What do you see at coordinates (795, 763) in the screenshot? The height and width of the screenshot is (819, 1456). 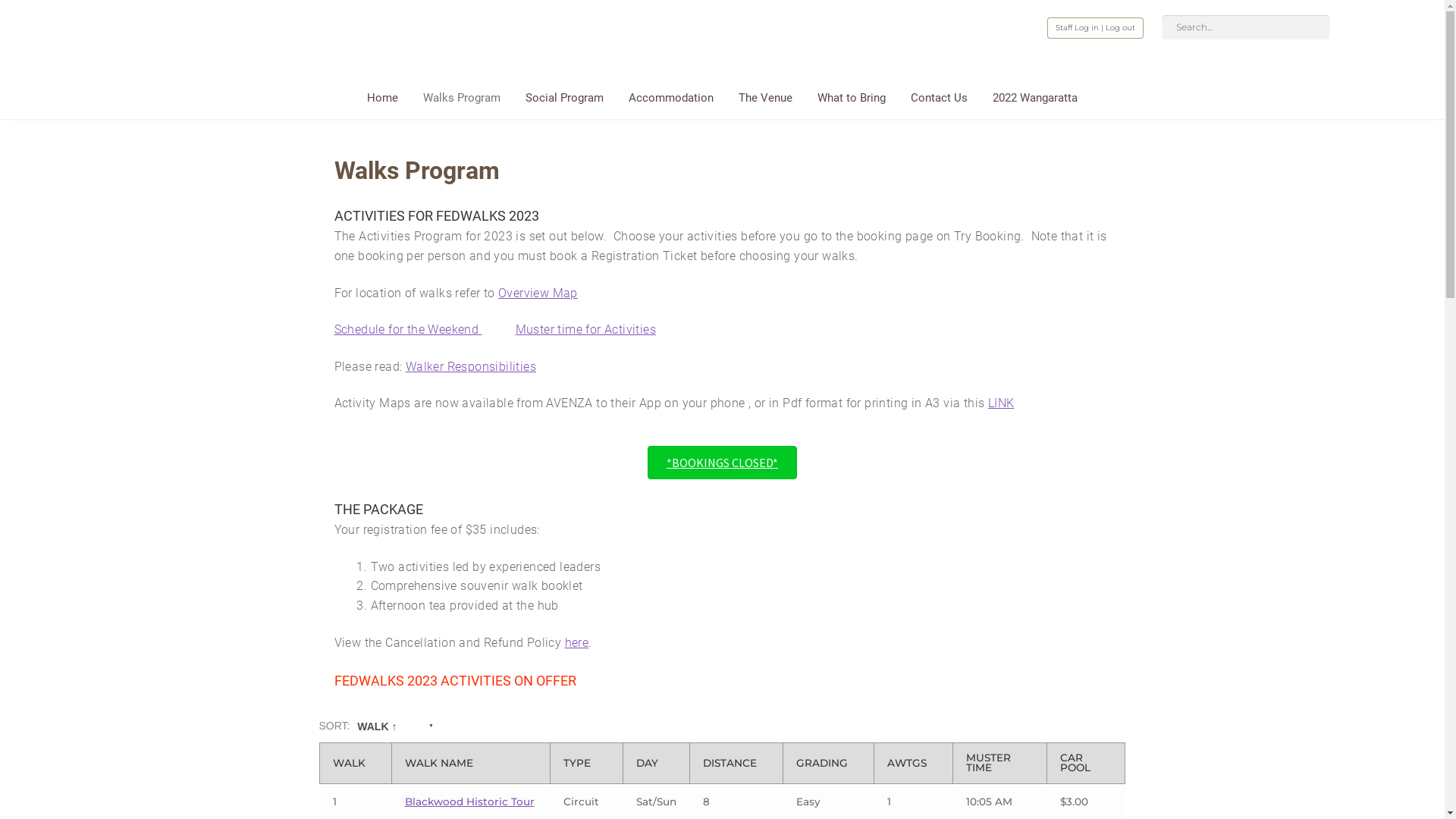 I see `'GRADING'` at bounding box center [795, 763].